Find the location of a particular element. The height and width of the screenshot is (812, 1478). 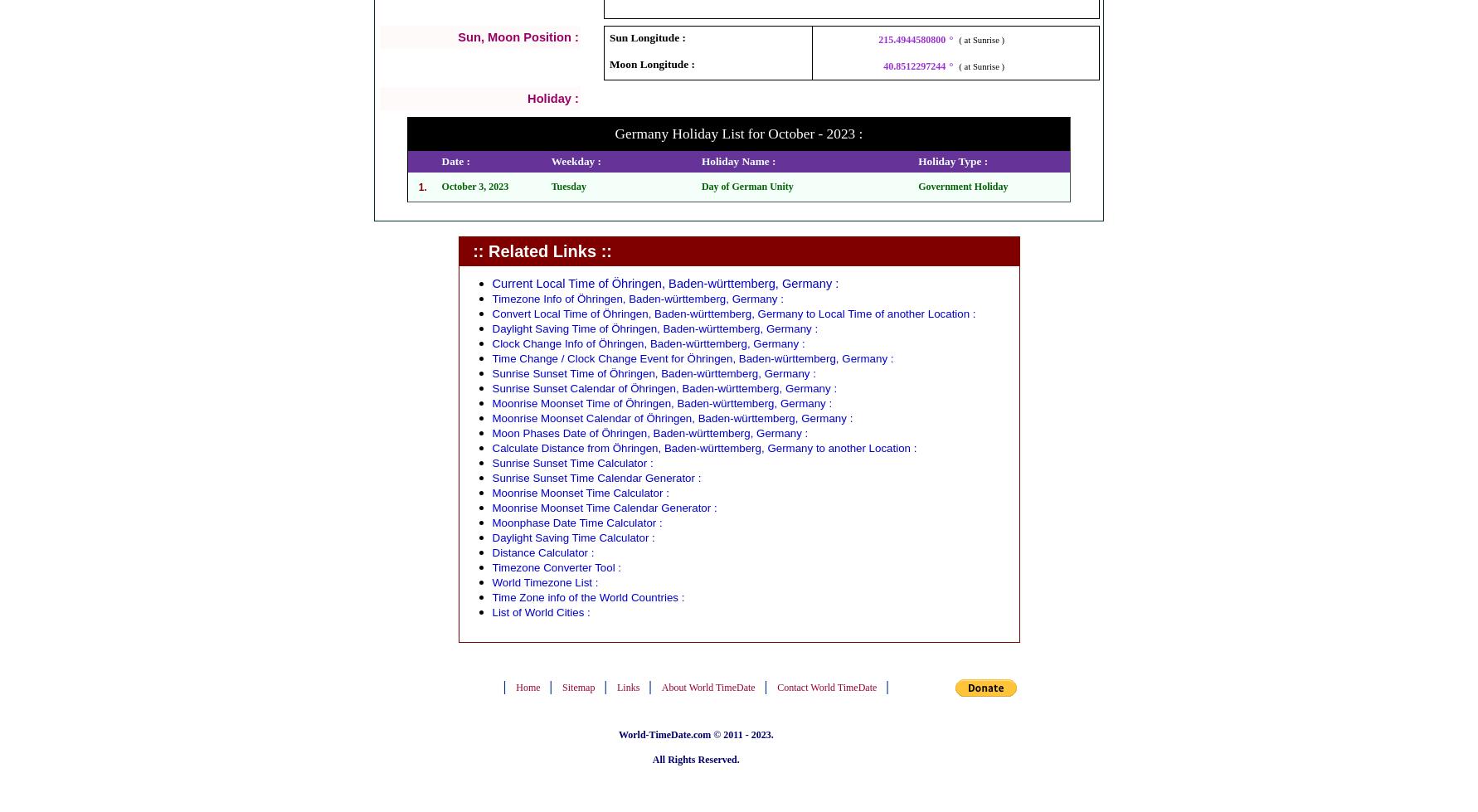

'Sunrise Sunset Time of Öhringen, Baden-württemberg, Germany :' is located at coordinates (654, 372).